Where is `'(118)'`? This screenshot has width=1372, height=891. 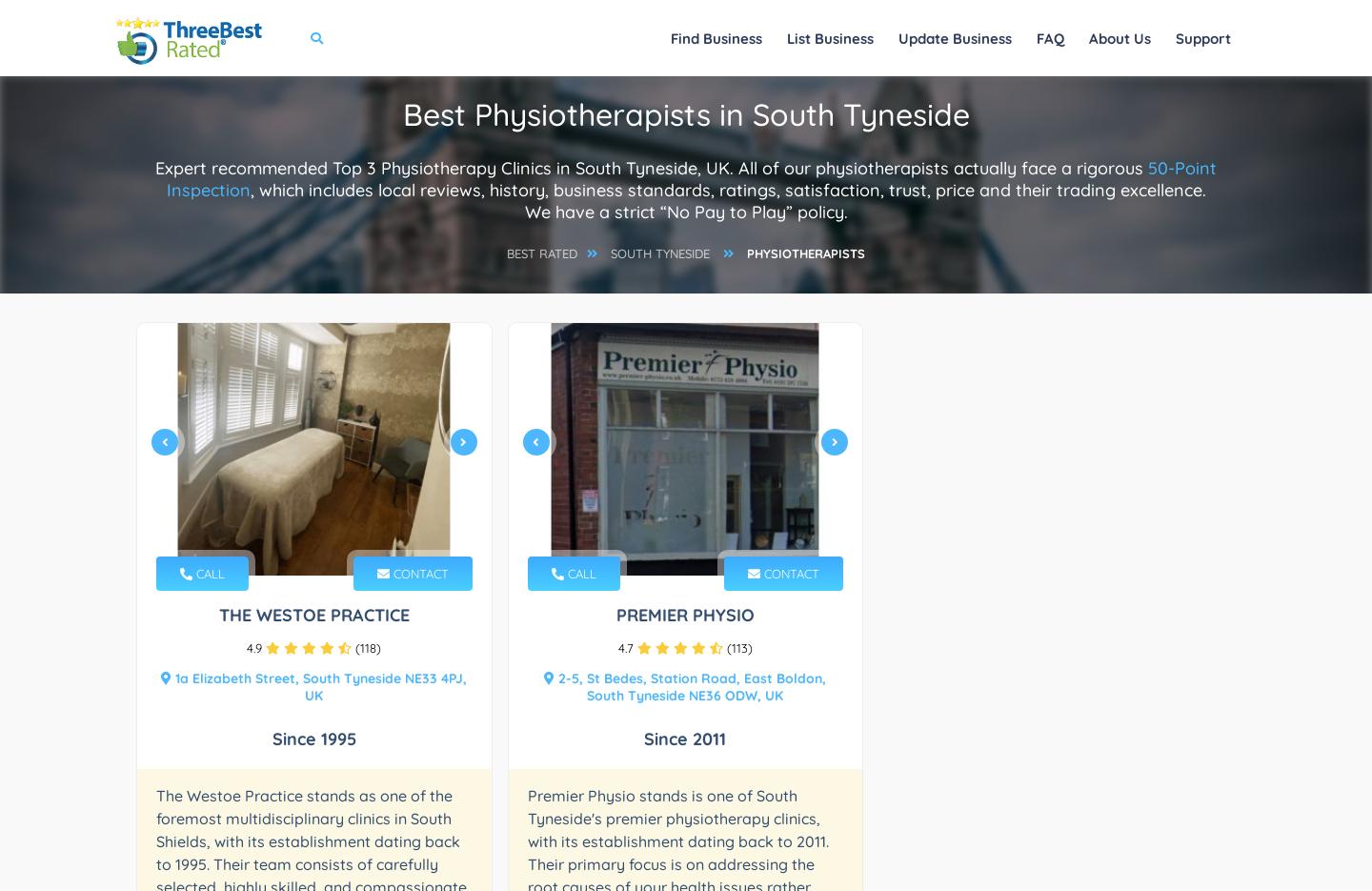
'(118)' is located at coordinates (365, 648).